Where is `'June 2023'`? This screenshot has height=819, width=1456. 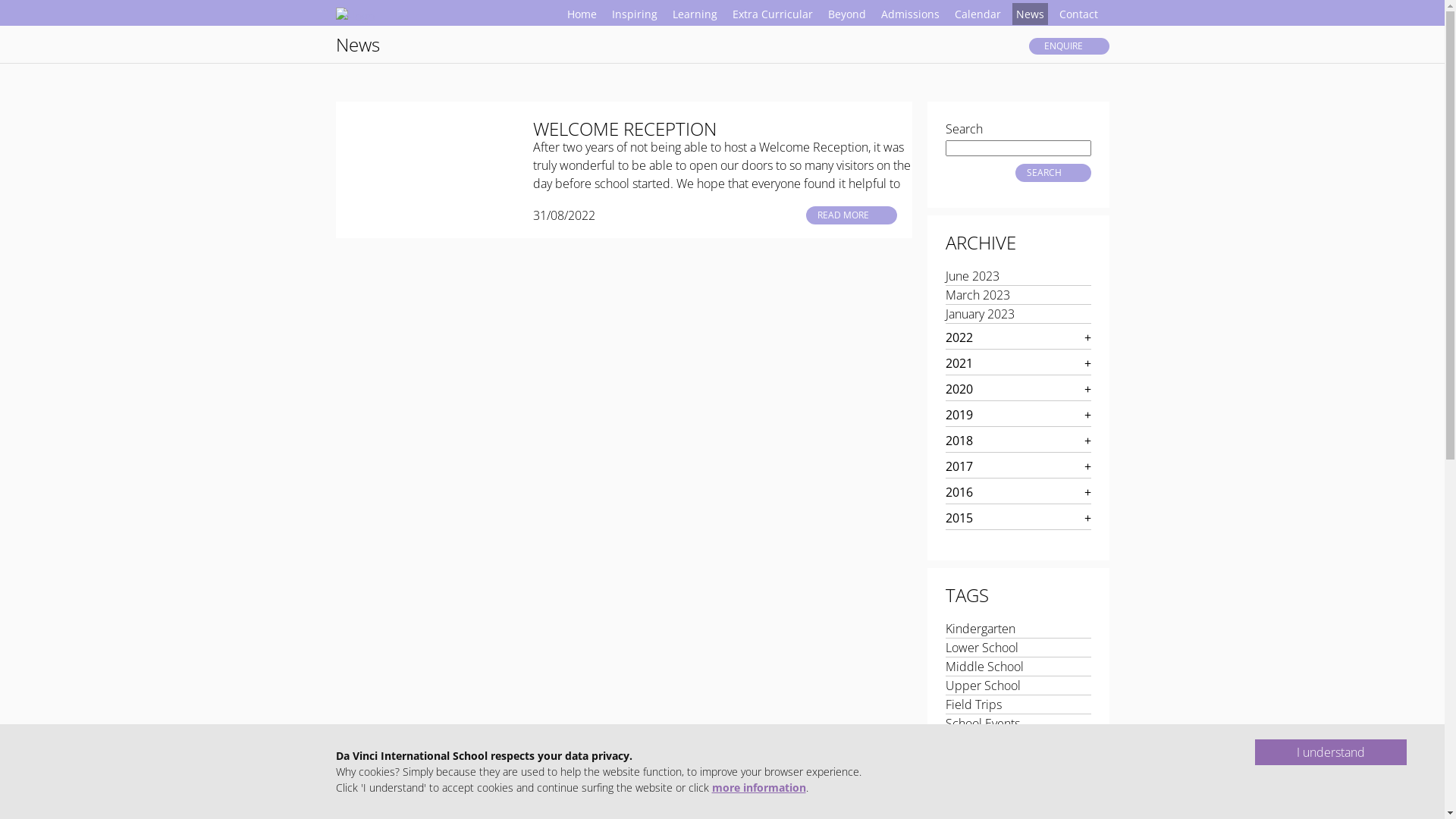 'June 2023' is located at coordinates (971, 275).